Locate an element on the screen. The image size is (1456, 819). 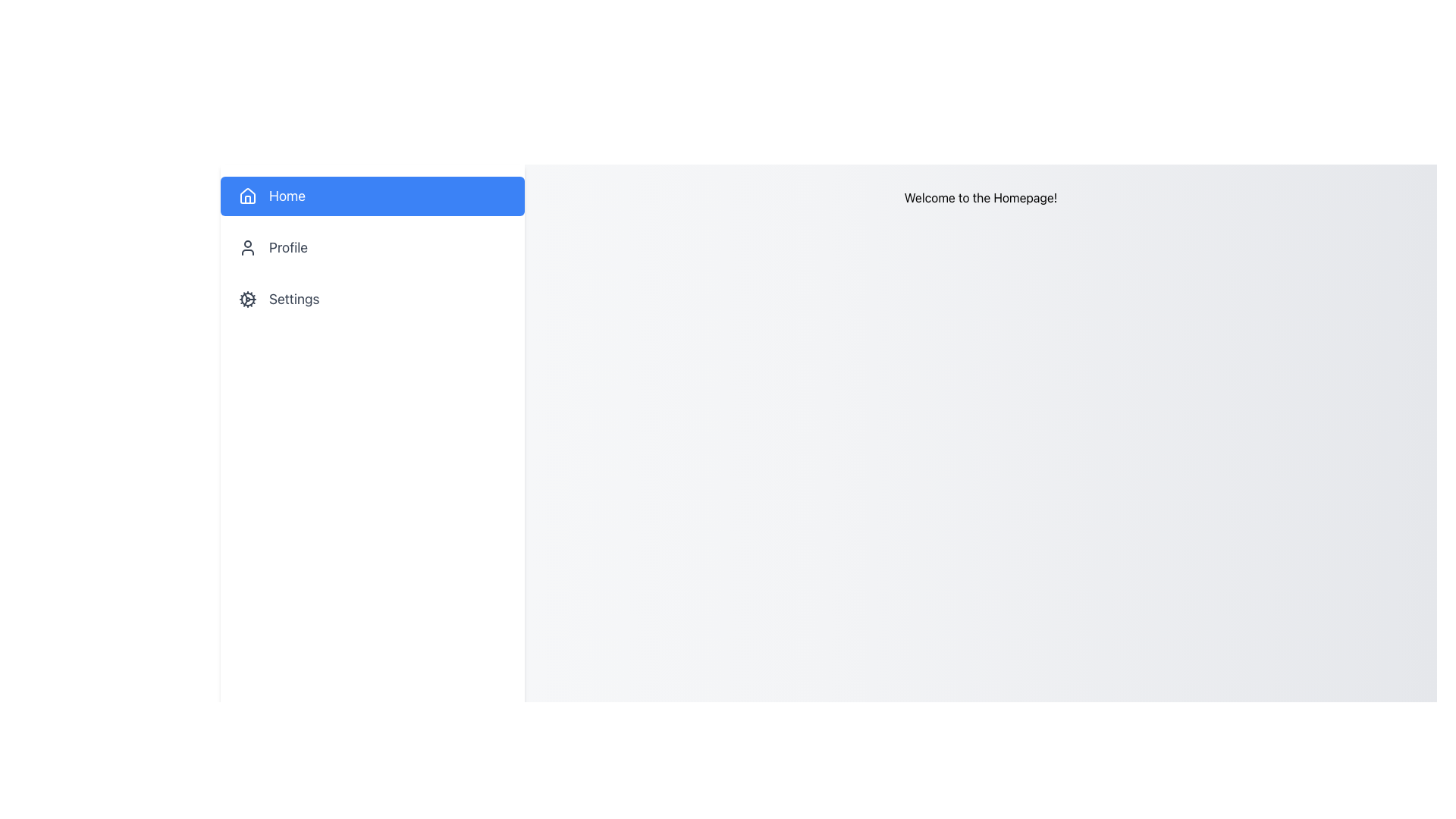
the house-shaped icon representing the home navigation option, located in the left-side navigation menu next to the 'Home' label is located at coordinates (247, 195).